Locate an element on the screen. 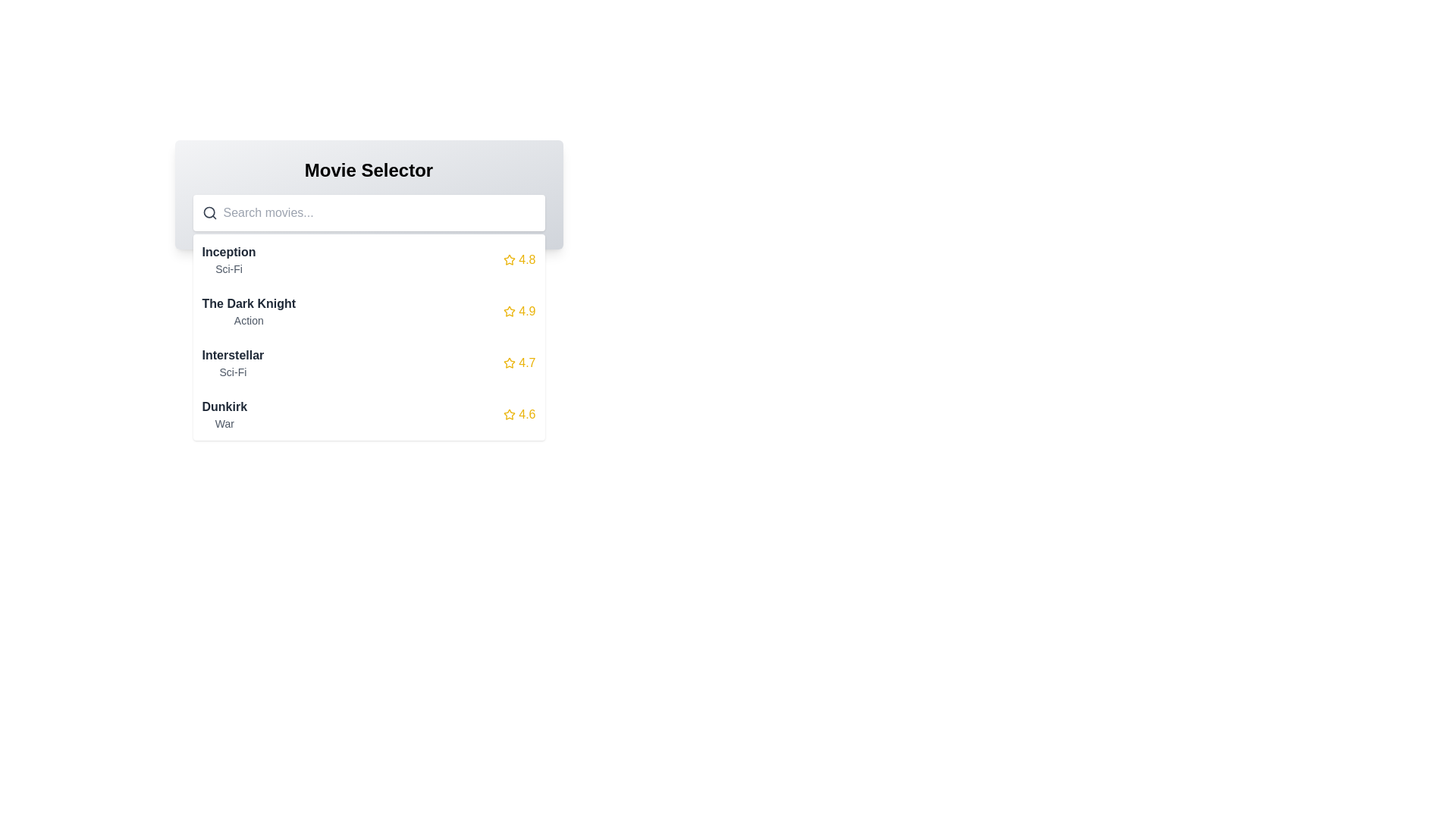 This screenshot has height=819, width=1456. the title of the first movie entry in the list, which is located in the leftmost column under the 'Movie Selector' title, above the 'Sci-Fi' text is located at coordinates (228, 251).